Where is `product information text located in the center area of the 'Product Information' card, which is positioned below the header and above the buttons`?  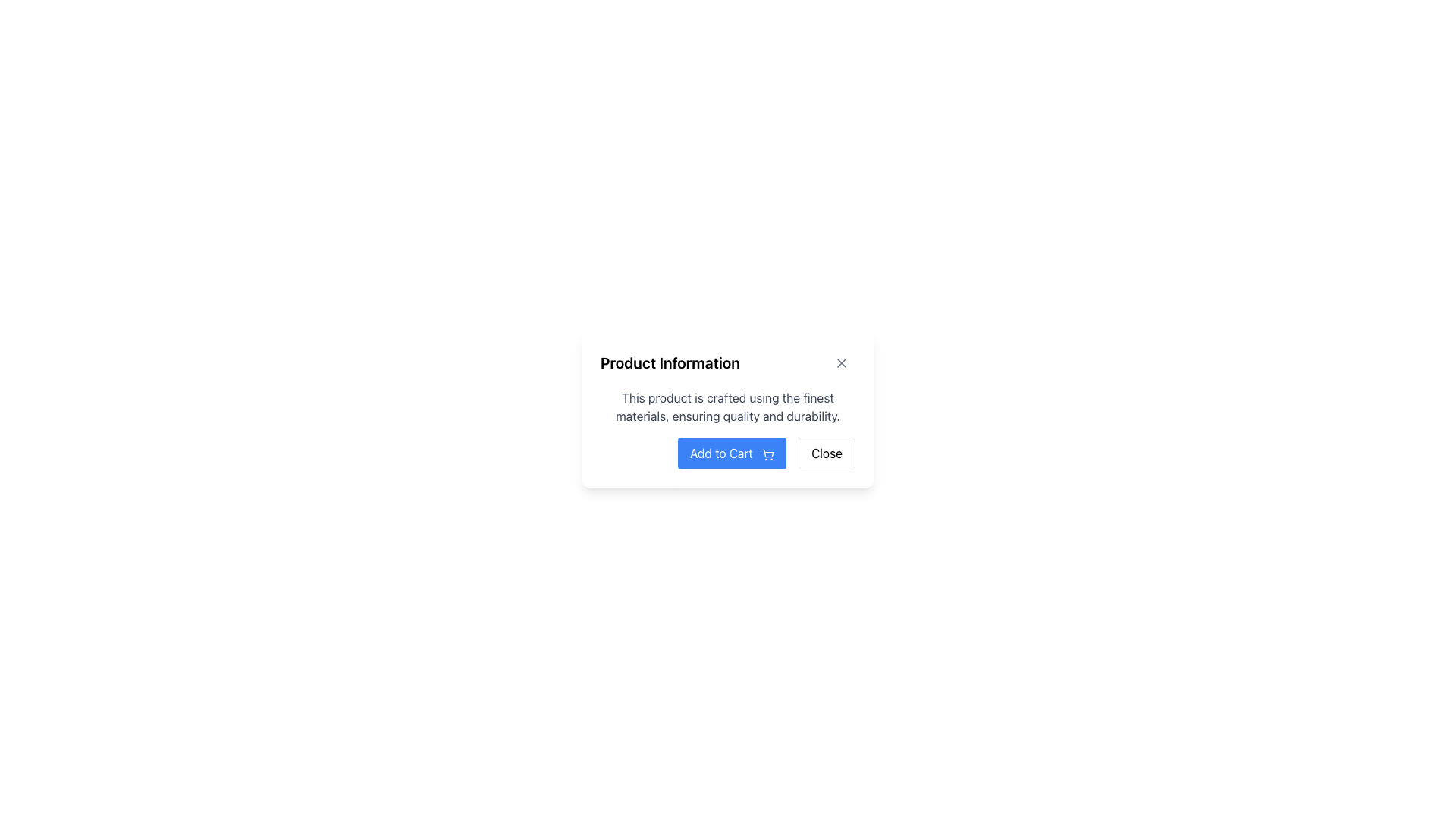
product information text located in the center area of the 'Product Information' card, which is positioned below the header and above the buttons is located at coordinates (728, 406).